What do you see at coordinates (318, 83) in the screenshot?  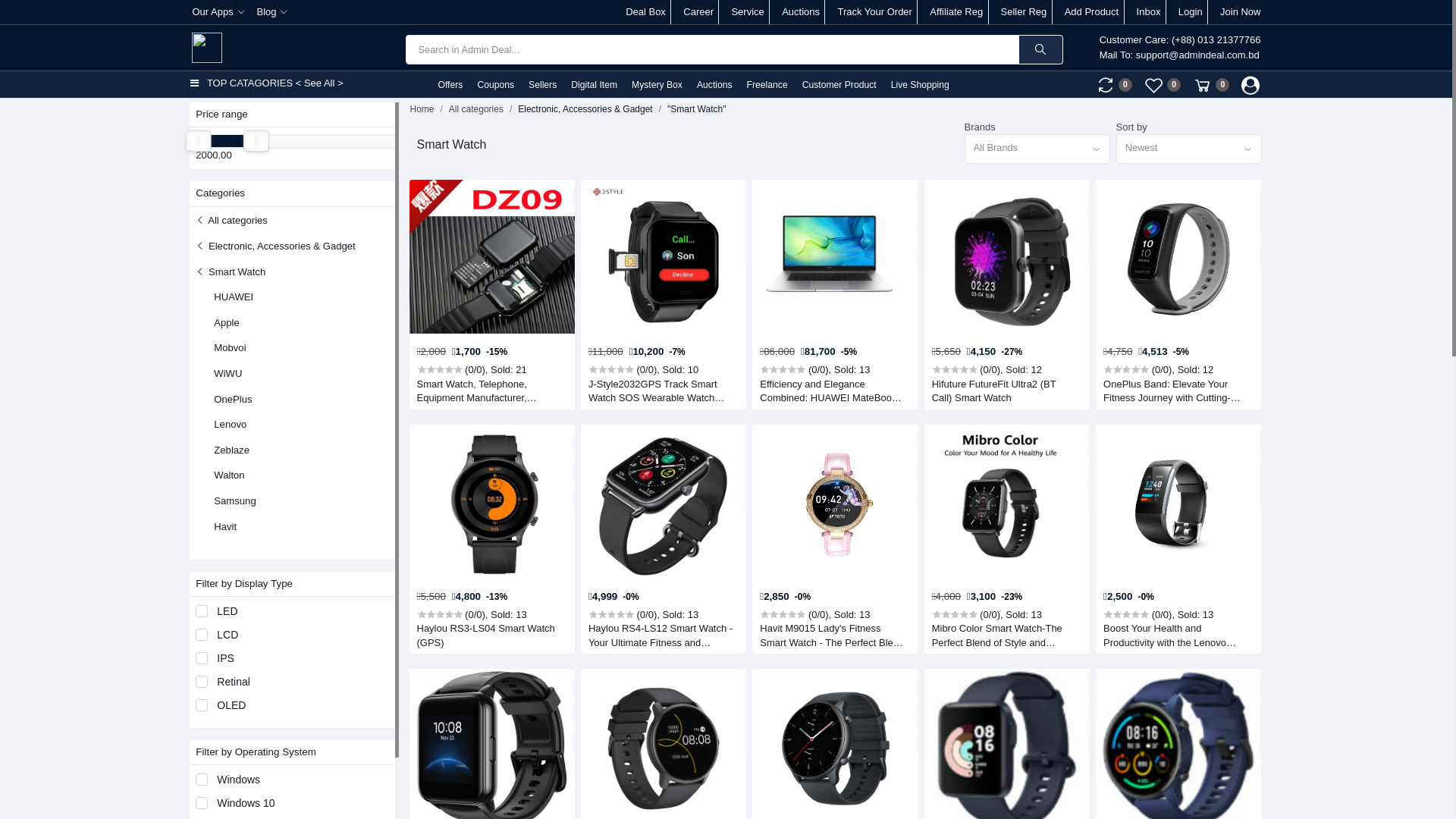 I see `'< See All >'` at bounding box center [318, 83].